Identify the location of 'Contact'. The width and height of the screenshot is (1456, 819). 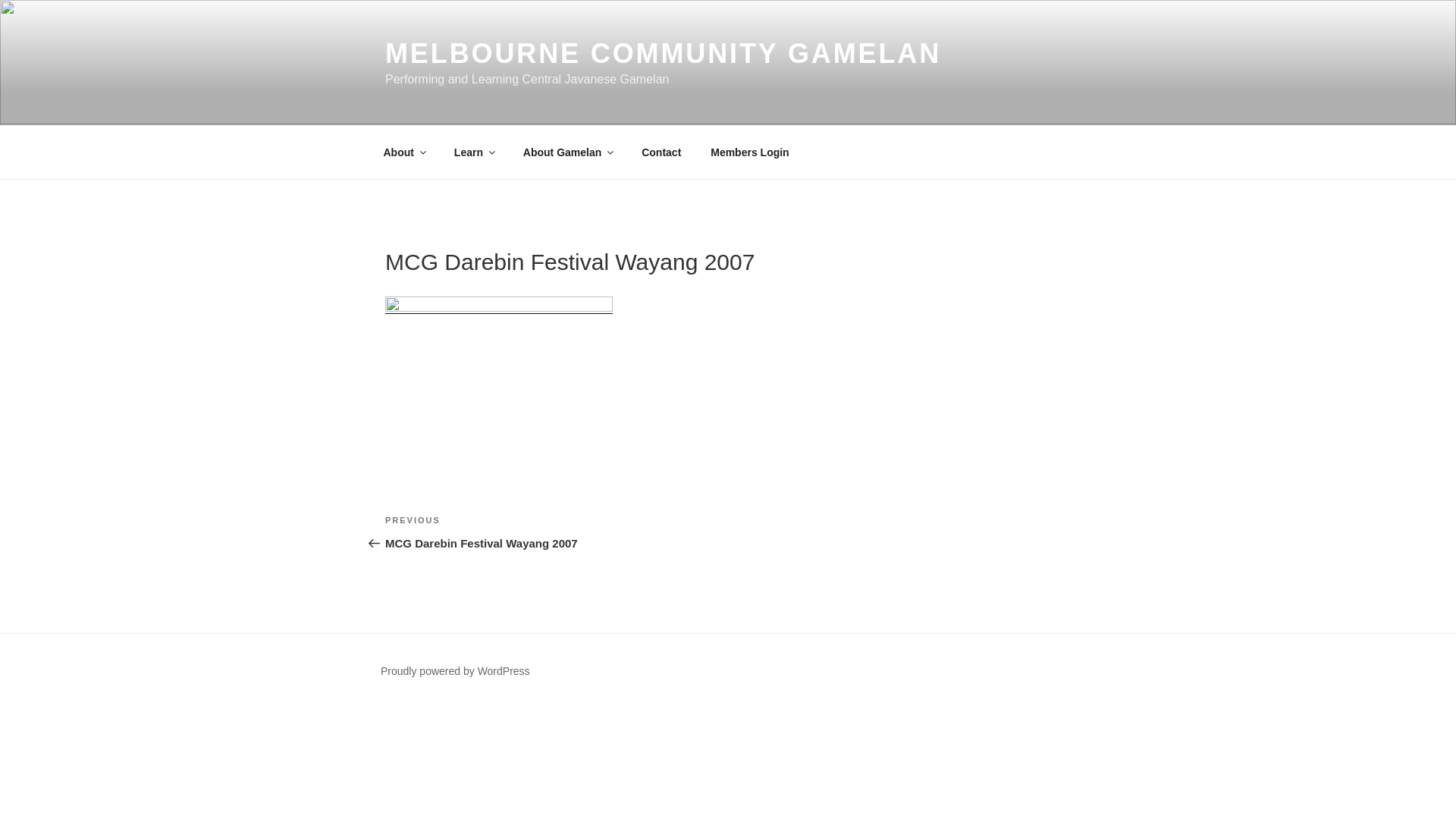
(661, 152).